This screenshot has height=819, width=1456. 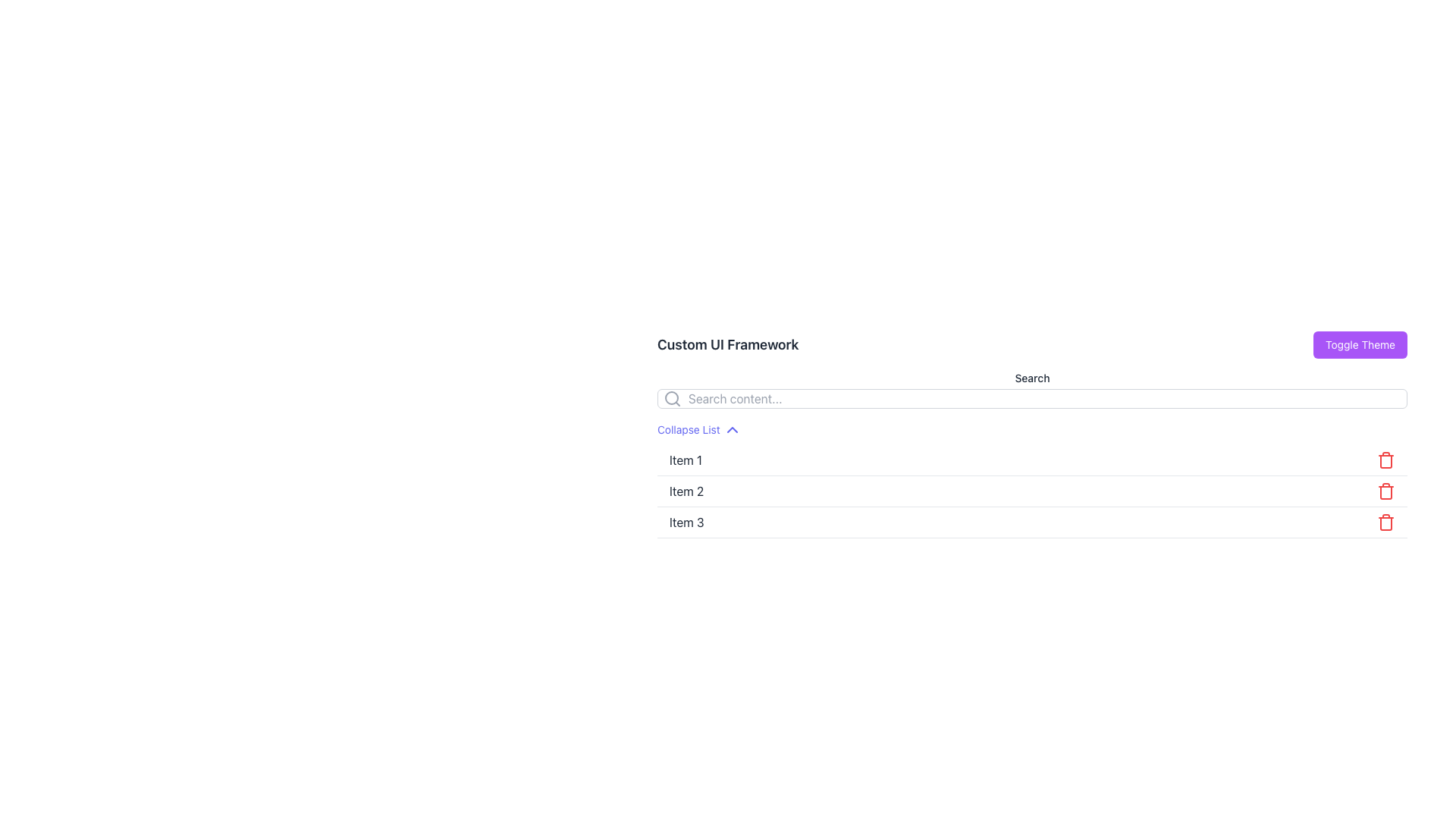 I want to click on the 'Search' text label, which is styled with a small font size and medium weight, positioned above the search input field, so click(x=1031, y=377).